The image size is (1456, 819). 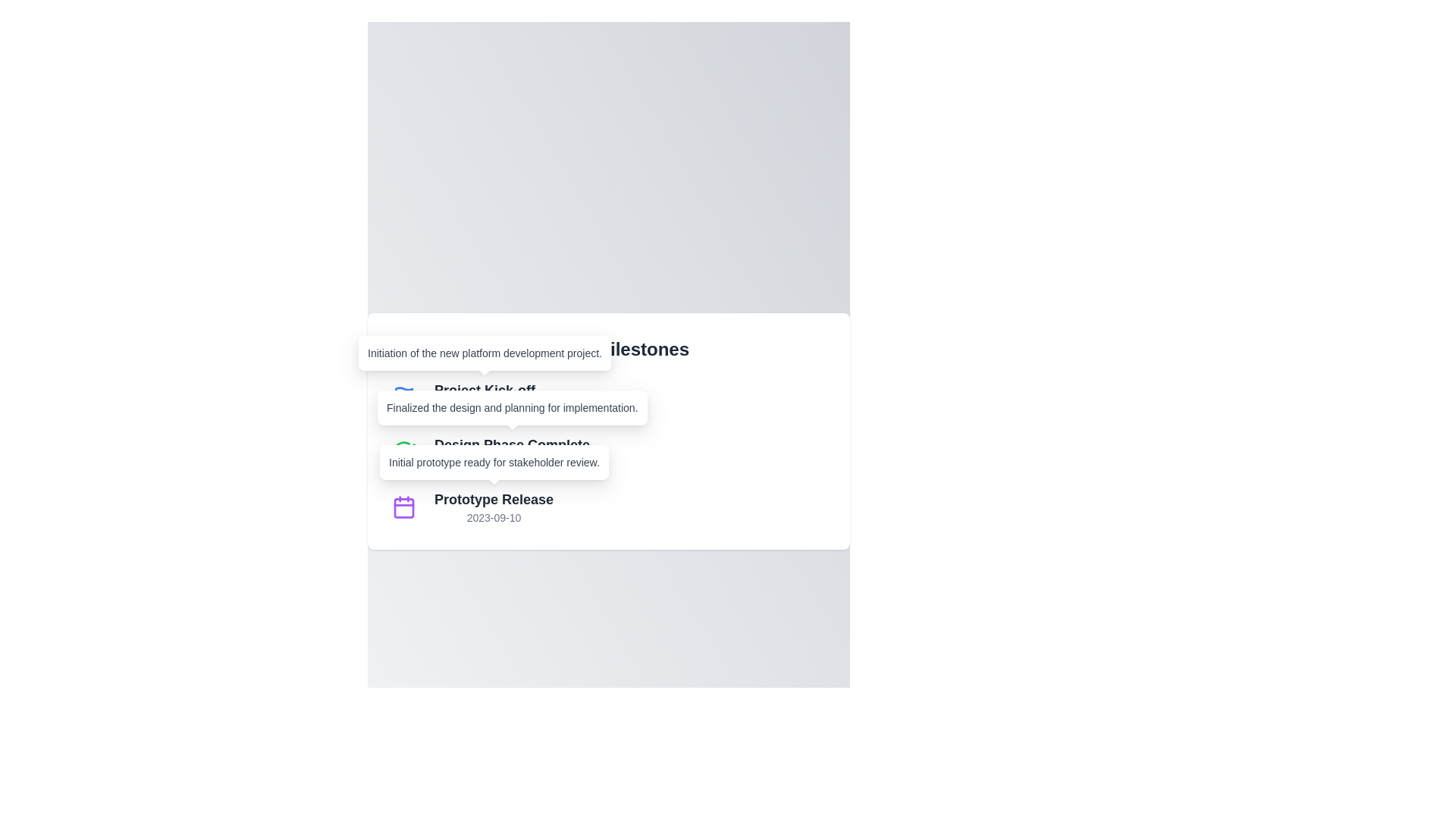 What do you see at coordinates (407, 449) in the screenshot?
I see `the checkmark icon within the circular badge that indicates task completion in the middle-right area of the interface` at bounding box center [407, 449].